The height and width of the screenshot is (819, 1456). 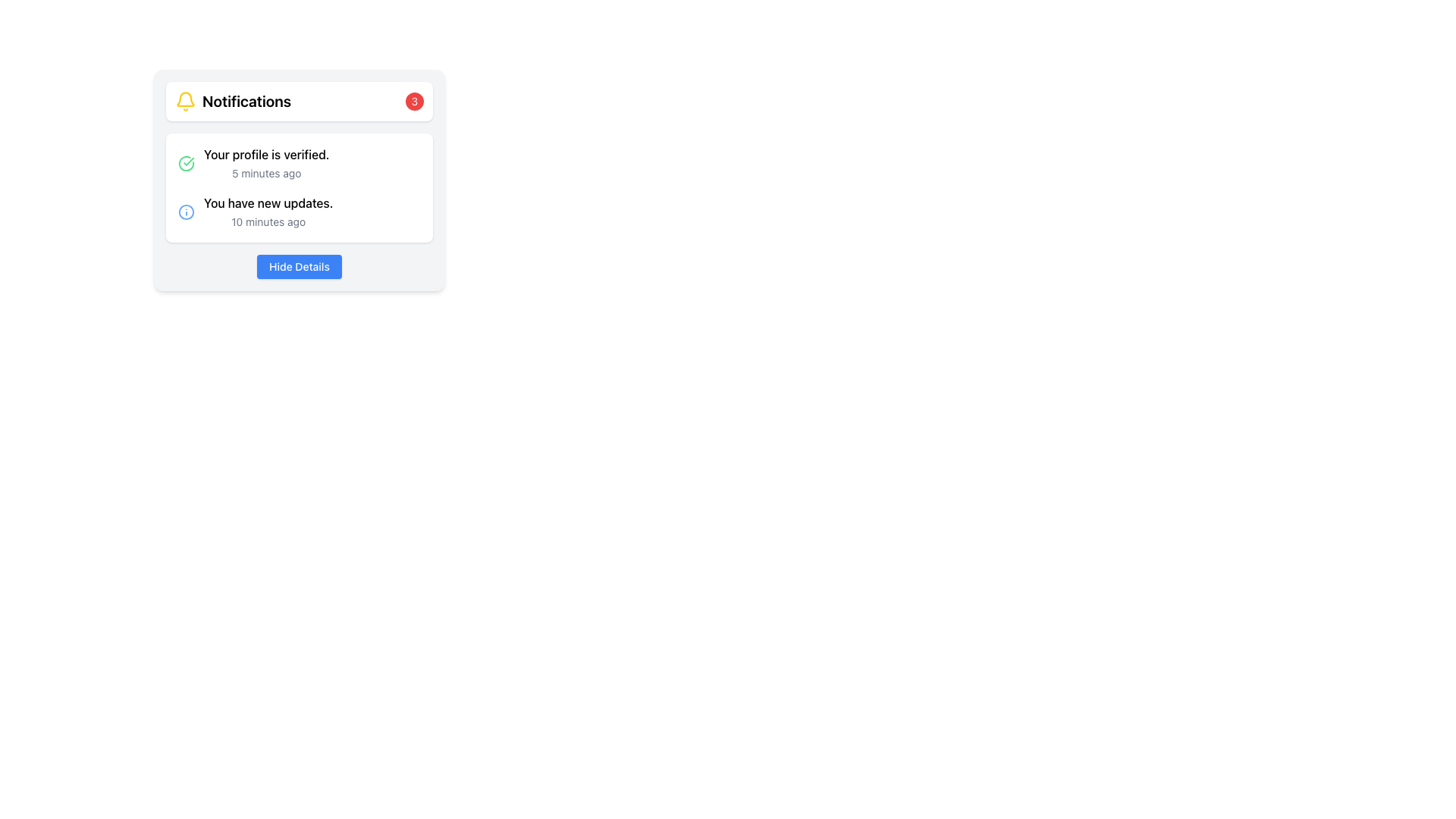 What do you see at coordinates (184, 99) in the screenshot?
I see `the yellow outlined bell icon located at the top left corner of the notification box, near the 'Notifications' heading` at bounding box center [184, 99].